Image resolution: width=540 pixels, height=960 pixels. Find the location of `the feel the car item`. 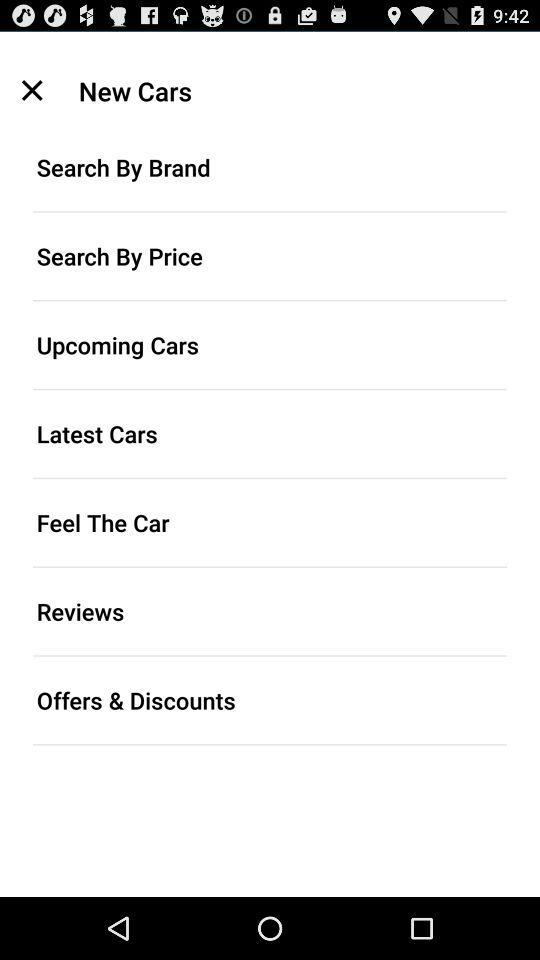

the feel the car item is located at coordinates (270, 521).